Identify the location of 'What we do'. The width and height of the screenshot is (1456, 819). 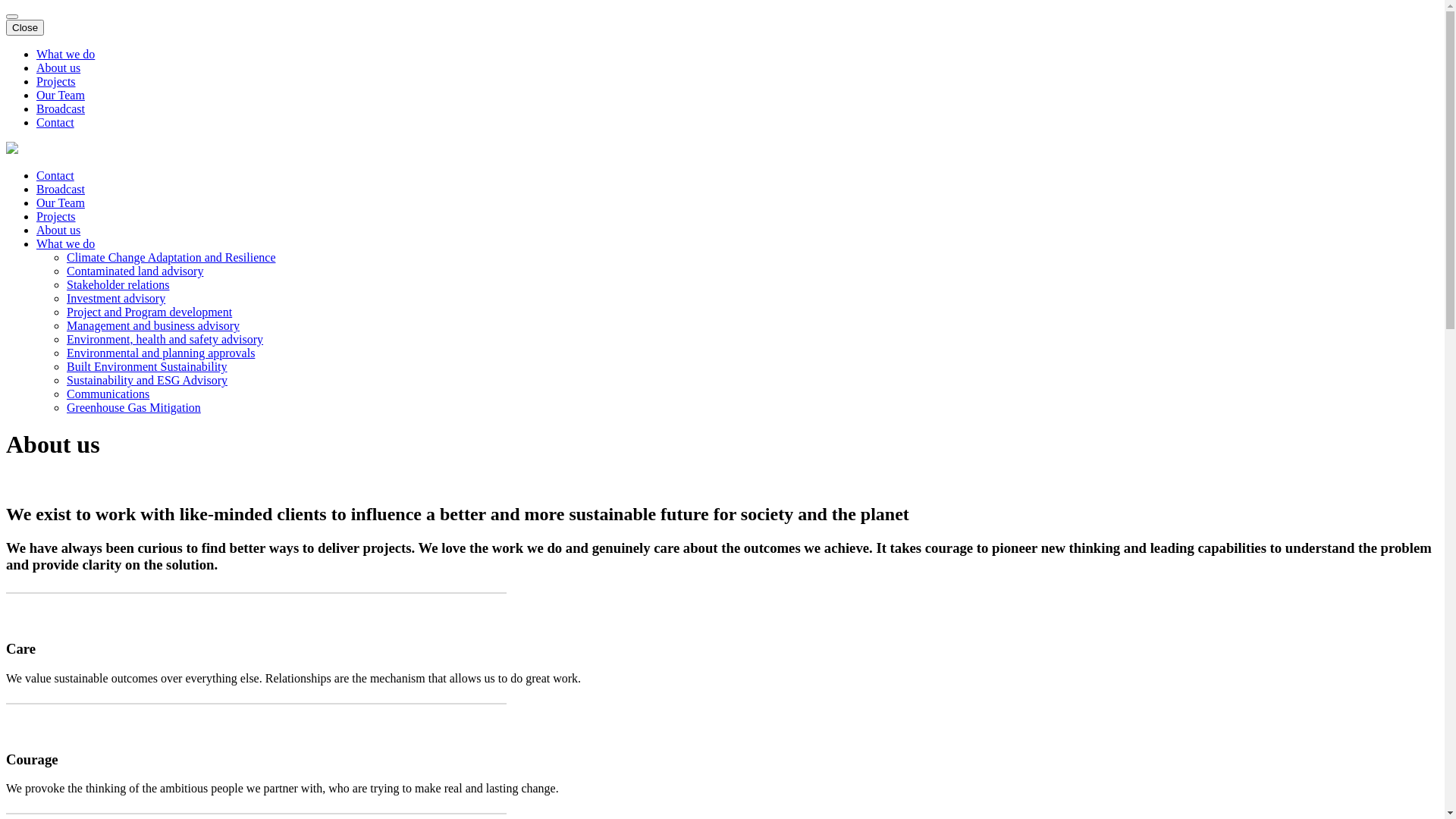
(36, 53).